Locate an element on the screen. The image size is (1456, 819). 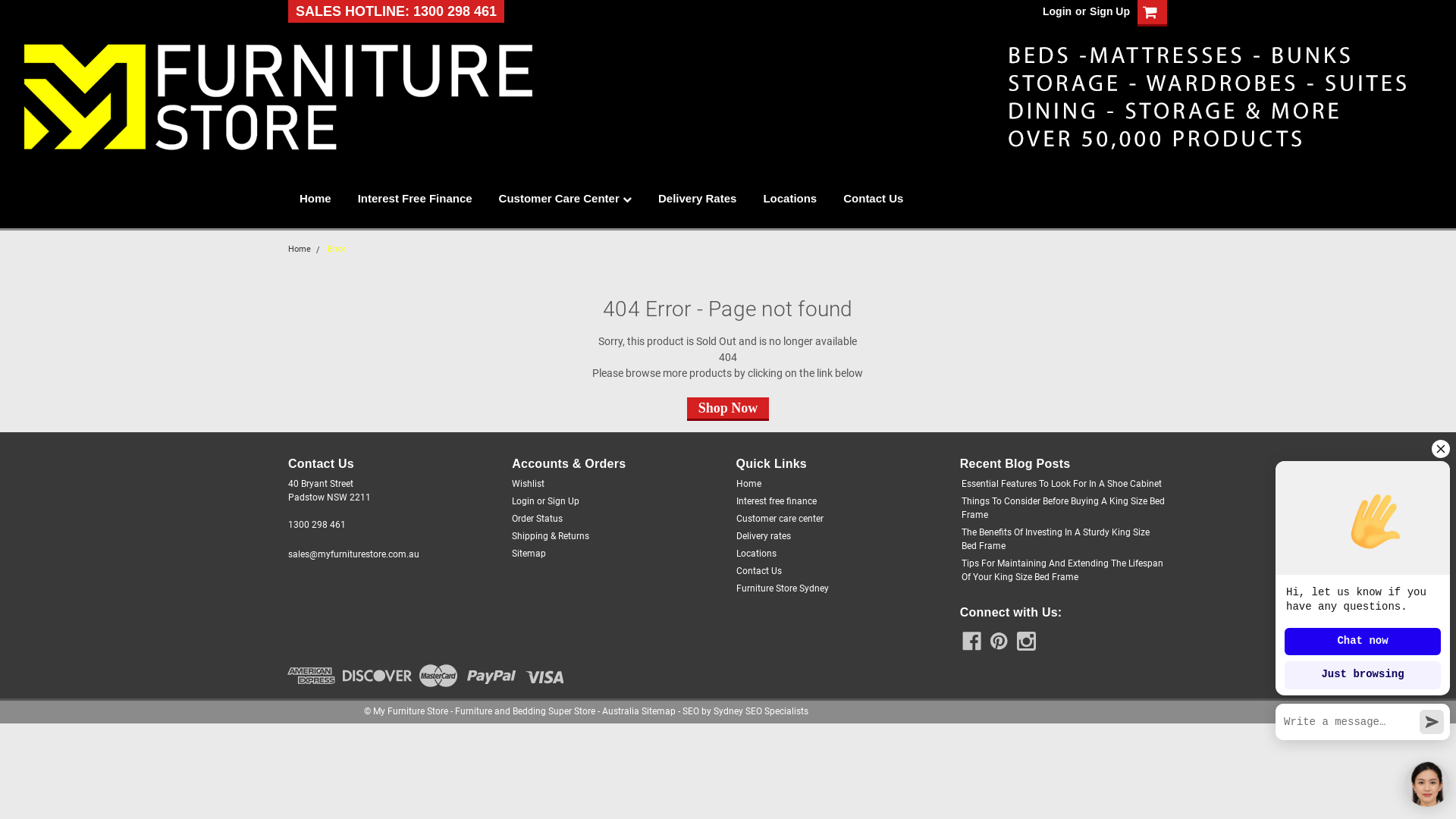
'SALES HOTLINE: 1300 298 461' is located at coordinates (295, 11).